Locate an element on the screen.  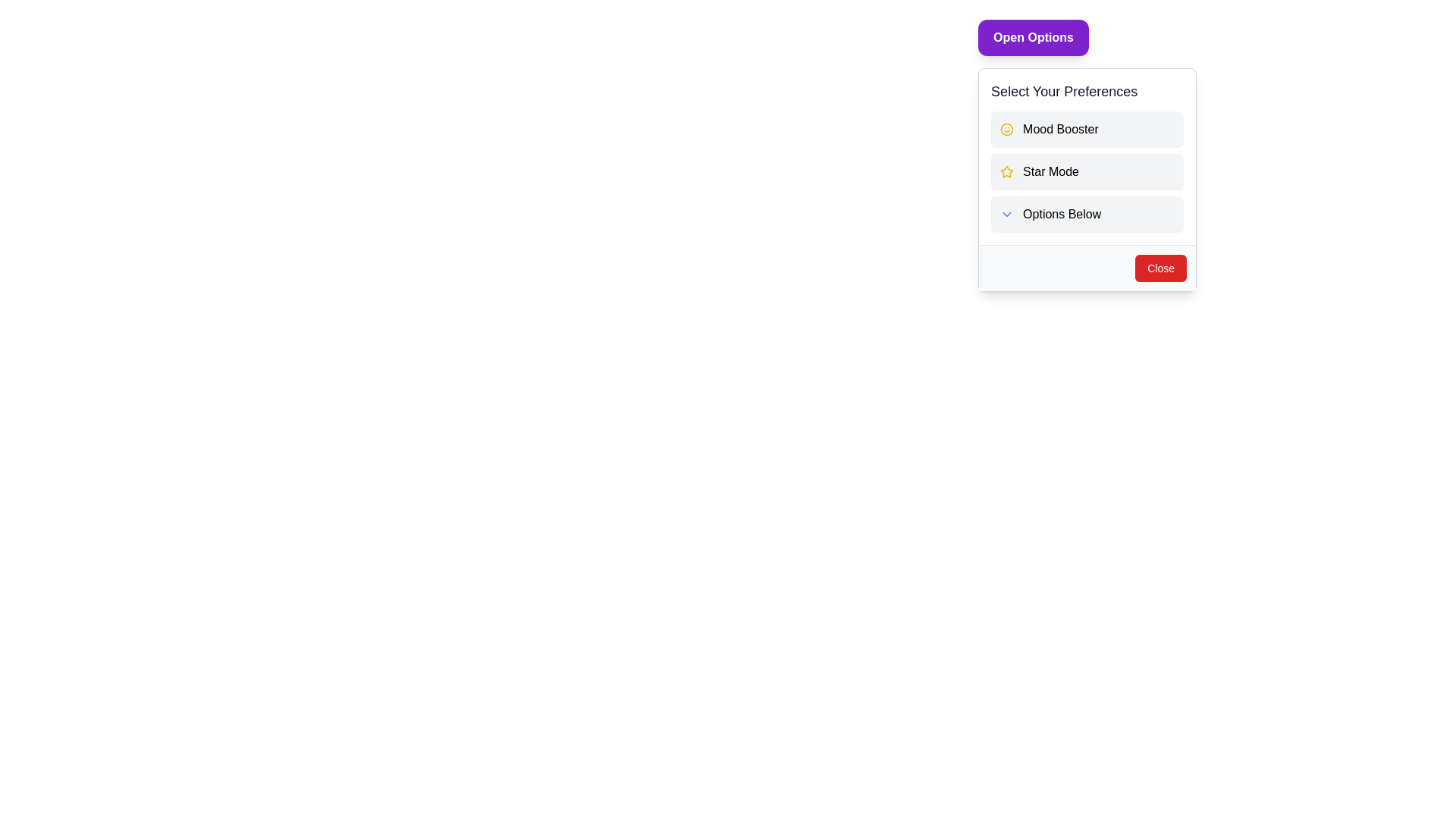
the downward-pointing blue chevron icon indicating a dropdown, located to the left of the 'Options Below' text in the rectangular button, for keyboard navigation is located at coordinates (1007, 214).